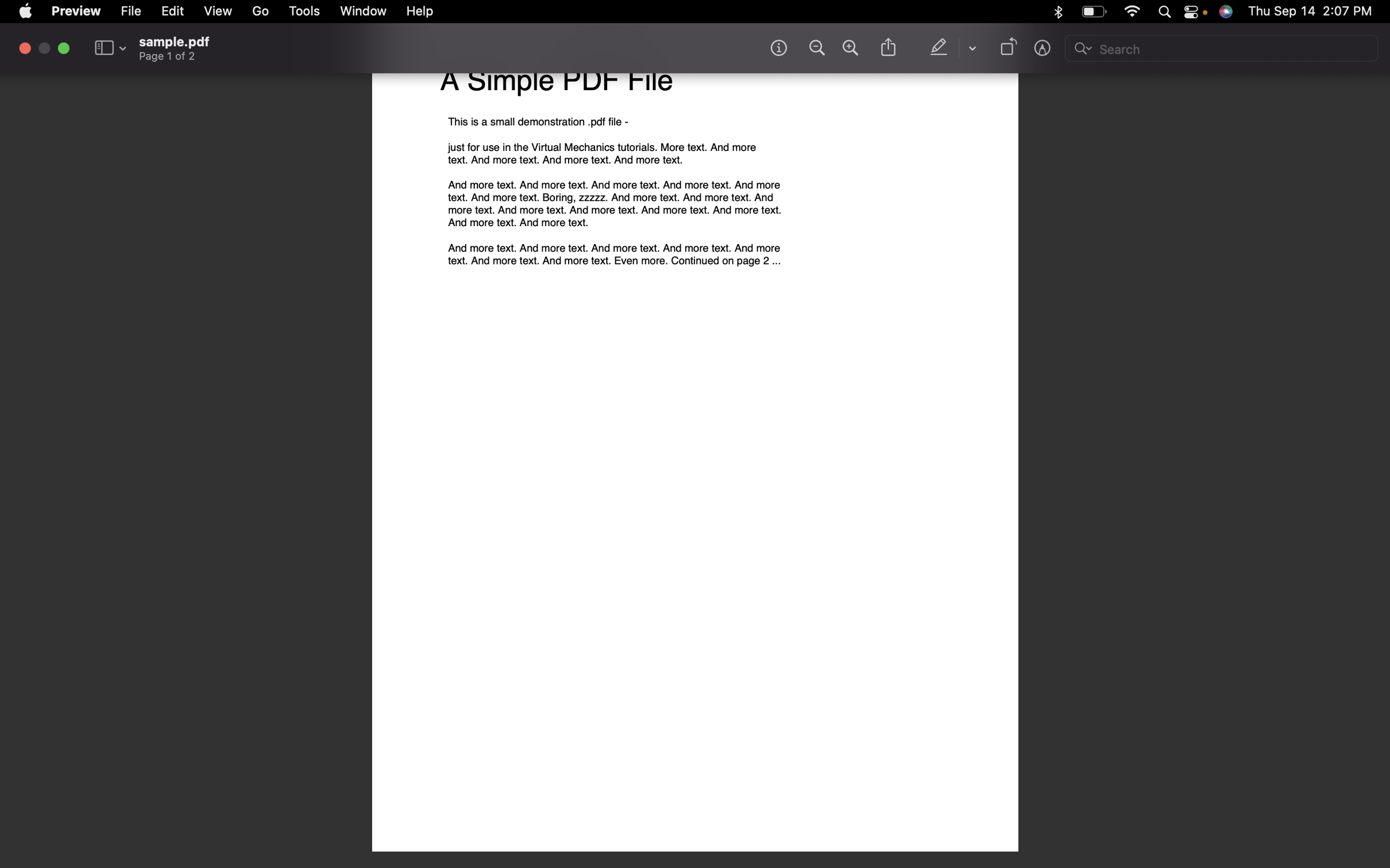  Describe the element at coordinates (1222, 49) in the screenshot. I see `the search option` at that location.